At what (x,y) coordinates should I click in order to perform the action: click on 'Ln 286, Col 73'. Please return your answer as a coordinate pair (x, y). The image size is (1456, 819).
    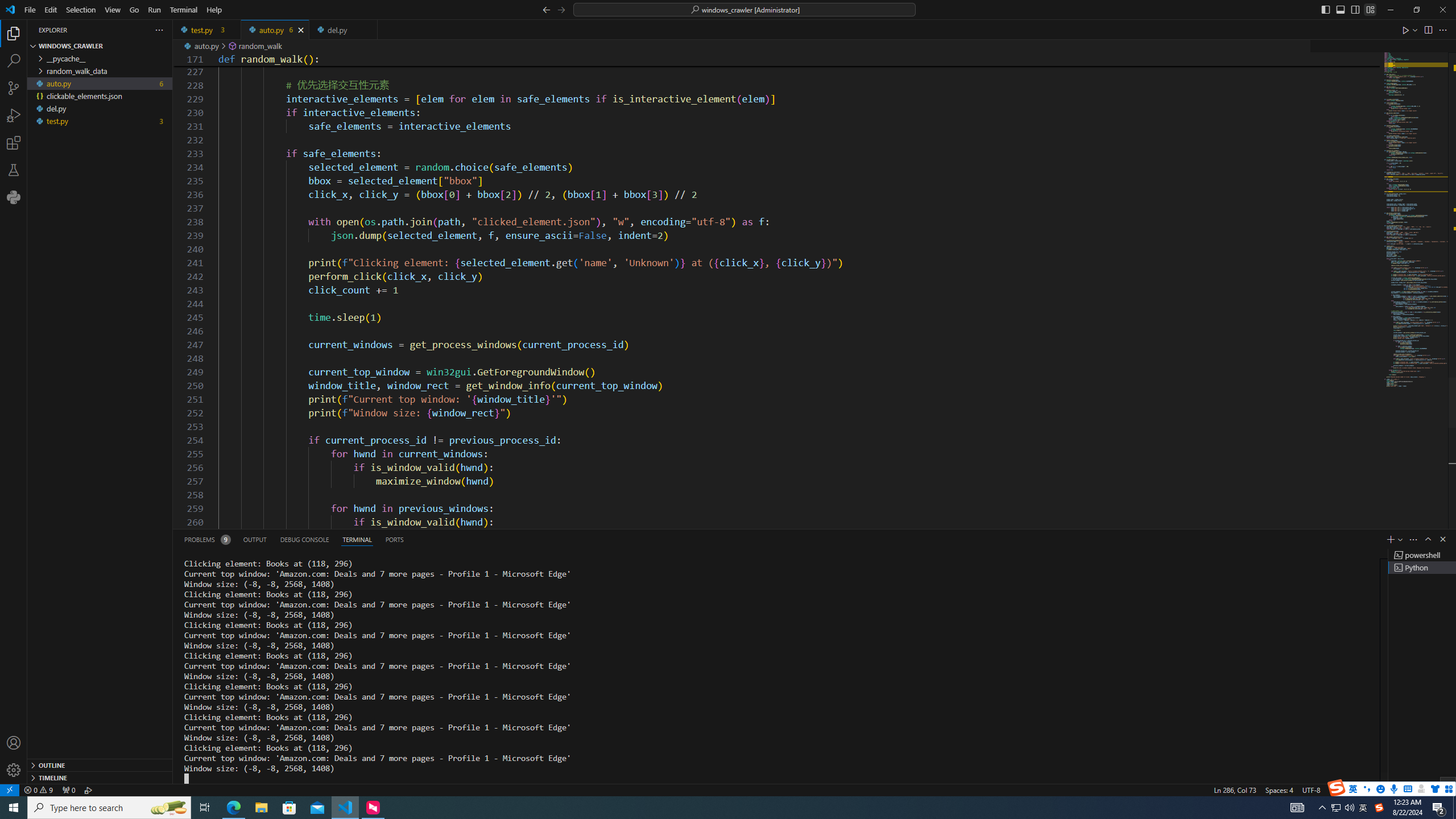
    Looking at the image, I should click on (1235, 789).